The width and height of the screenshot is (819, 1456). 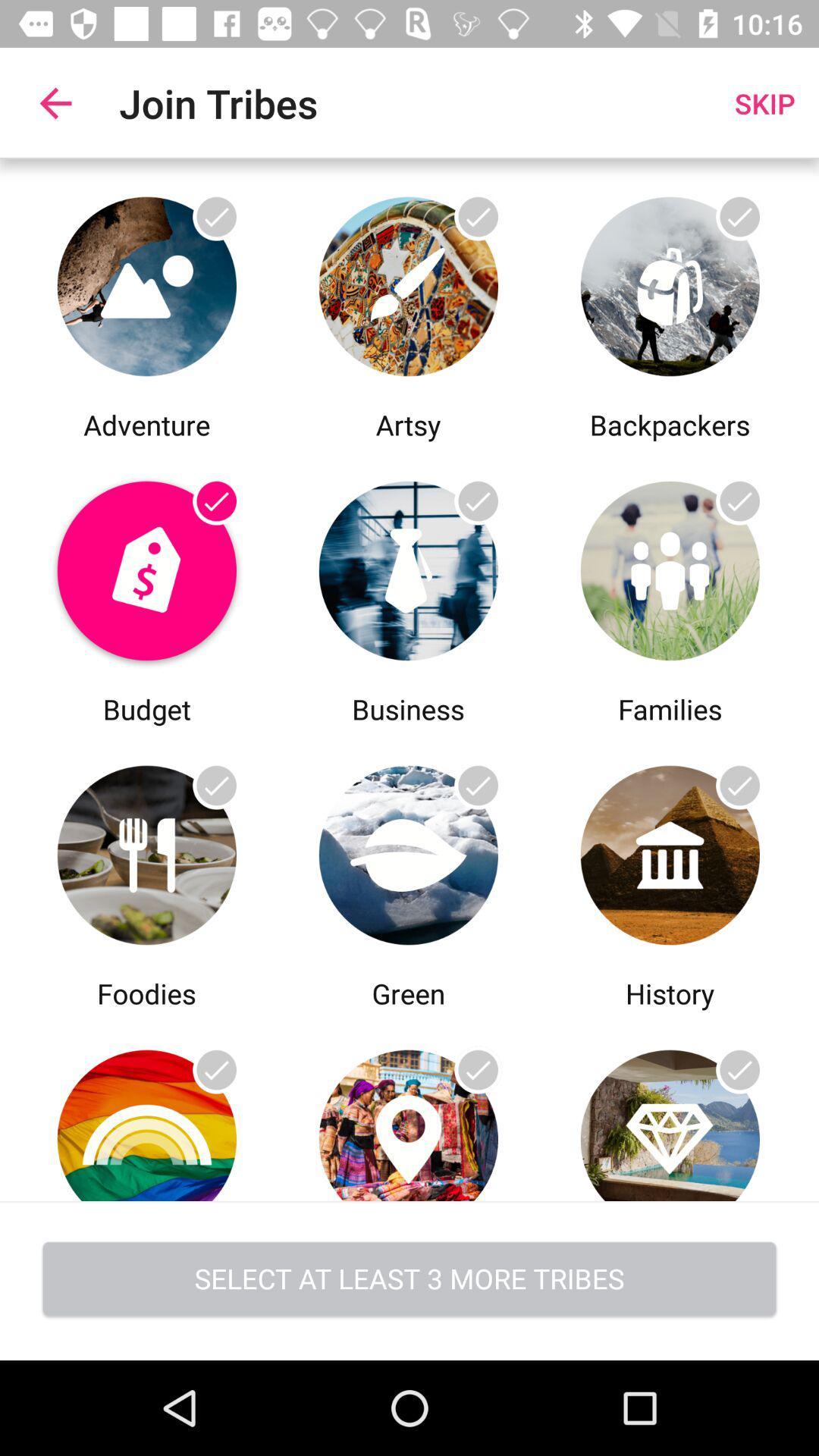 What do you see at coordinates (146, 566) in the screenshot?
I see `budget` at bounding box center [146, 566].